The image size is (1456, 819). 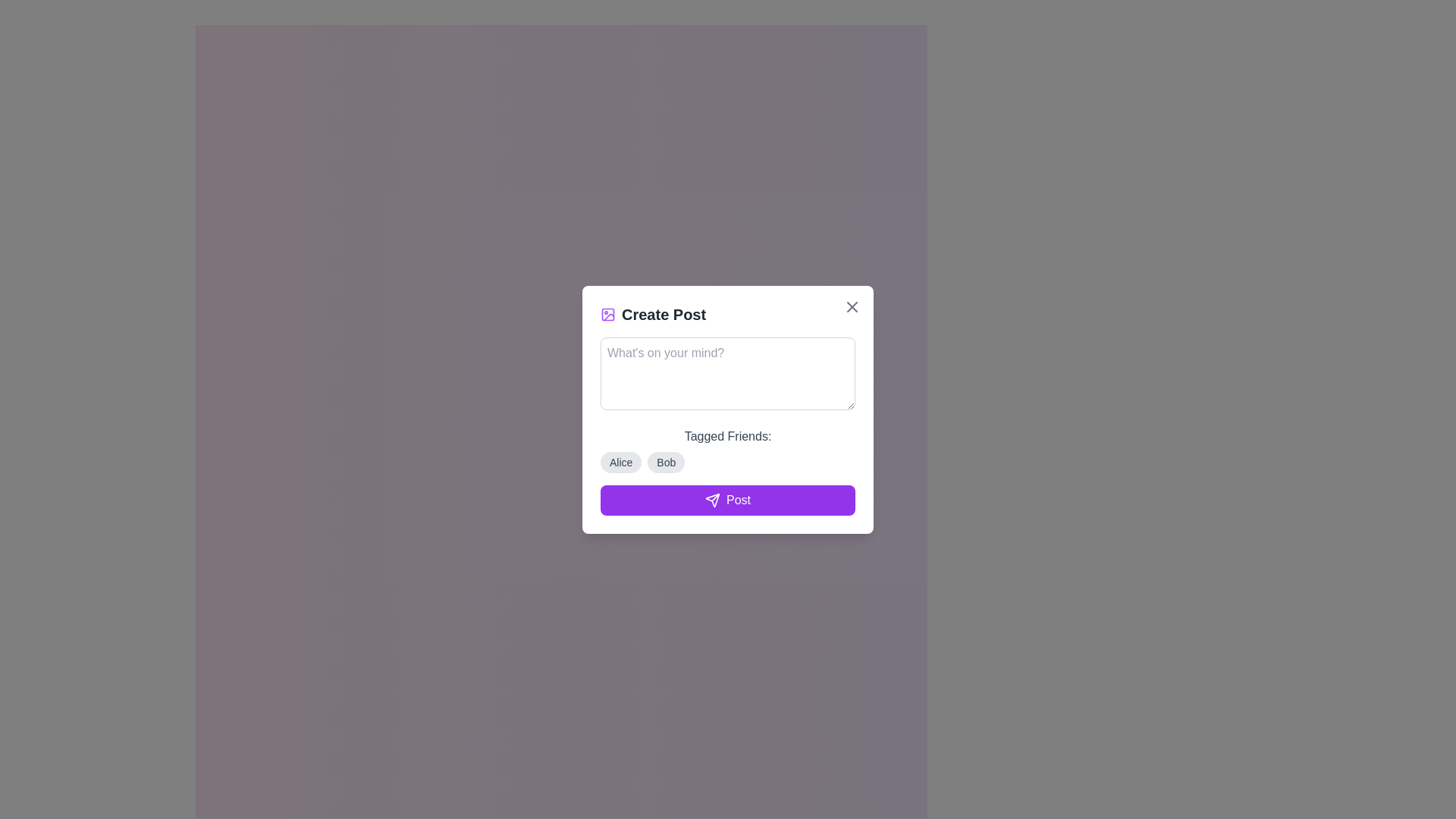 I want to click on the submit button located at the bottom of the 'Create Post' dialog to trigger hover effects, so click(x=728, y=500).